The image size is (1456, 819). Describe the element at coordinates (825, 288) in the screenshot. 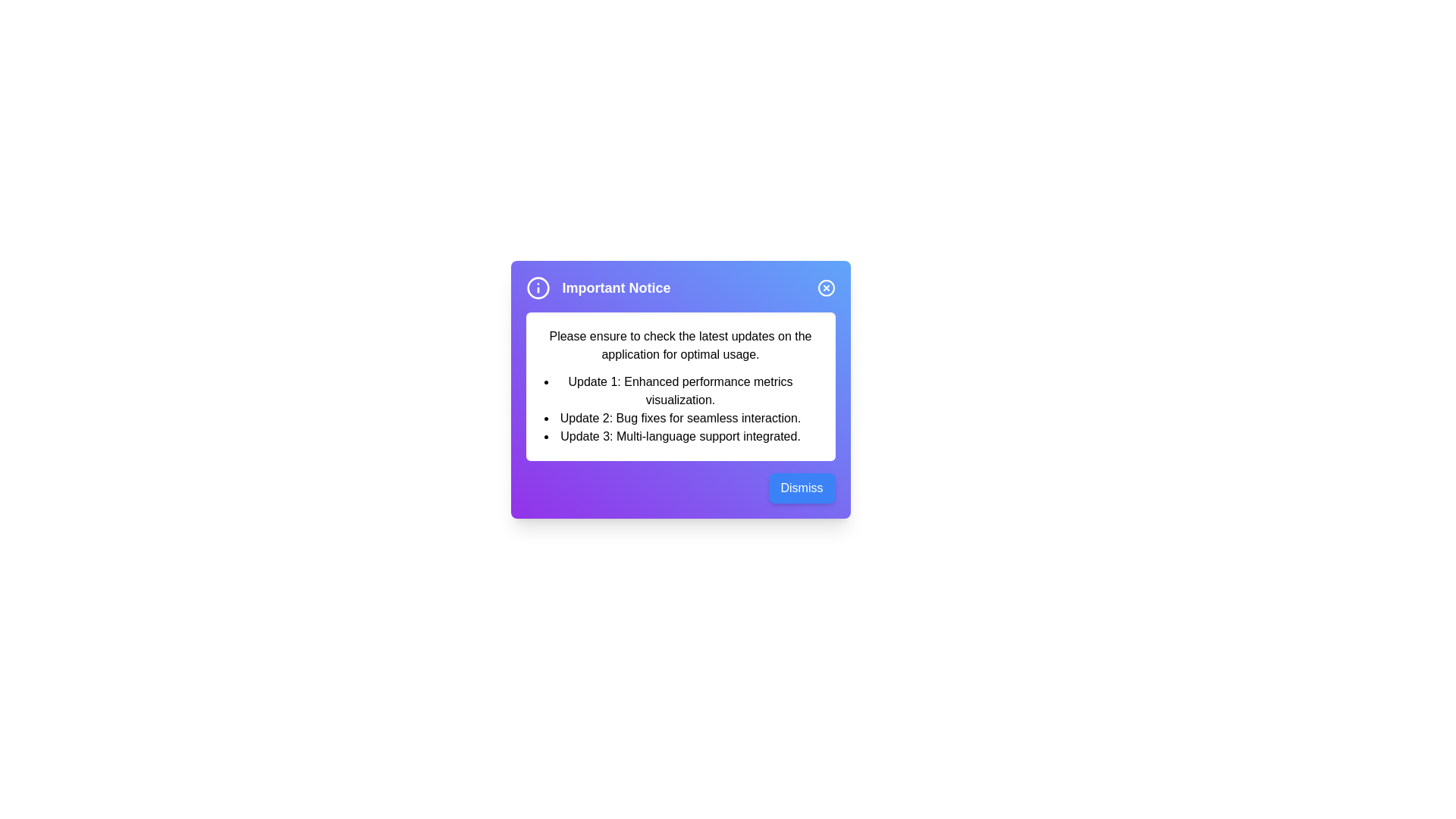

I see `the close icon to observe a visual change` at that location.